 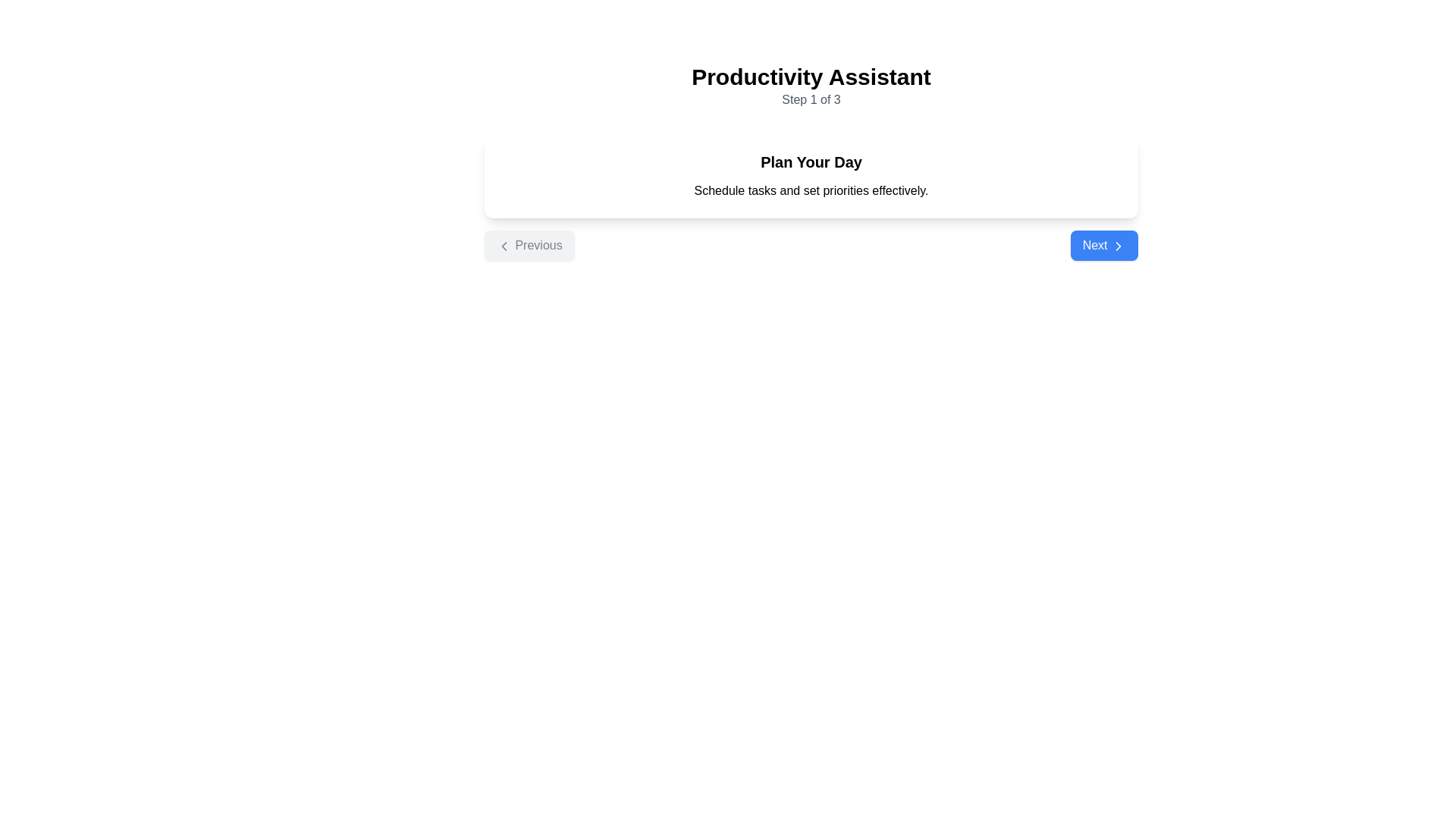 What do you see at coordinates (1118, 245) in the screenshot?
I see `the rightward chevron icon of the Vector graphics, which is located on the right side of the blue 'Next' button` at bounding box center [1118, 245].